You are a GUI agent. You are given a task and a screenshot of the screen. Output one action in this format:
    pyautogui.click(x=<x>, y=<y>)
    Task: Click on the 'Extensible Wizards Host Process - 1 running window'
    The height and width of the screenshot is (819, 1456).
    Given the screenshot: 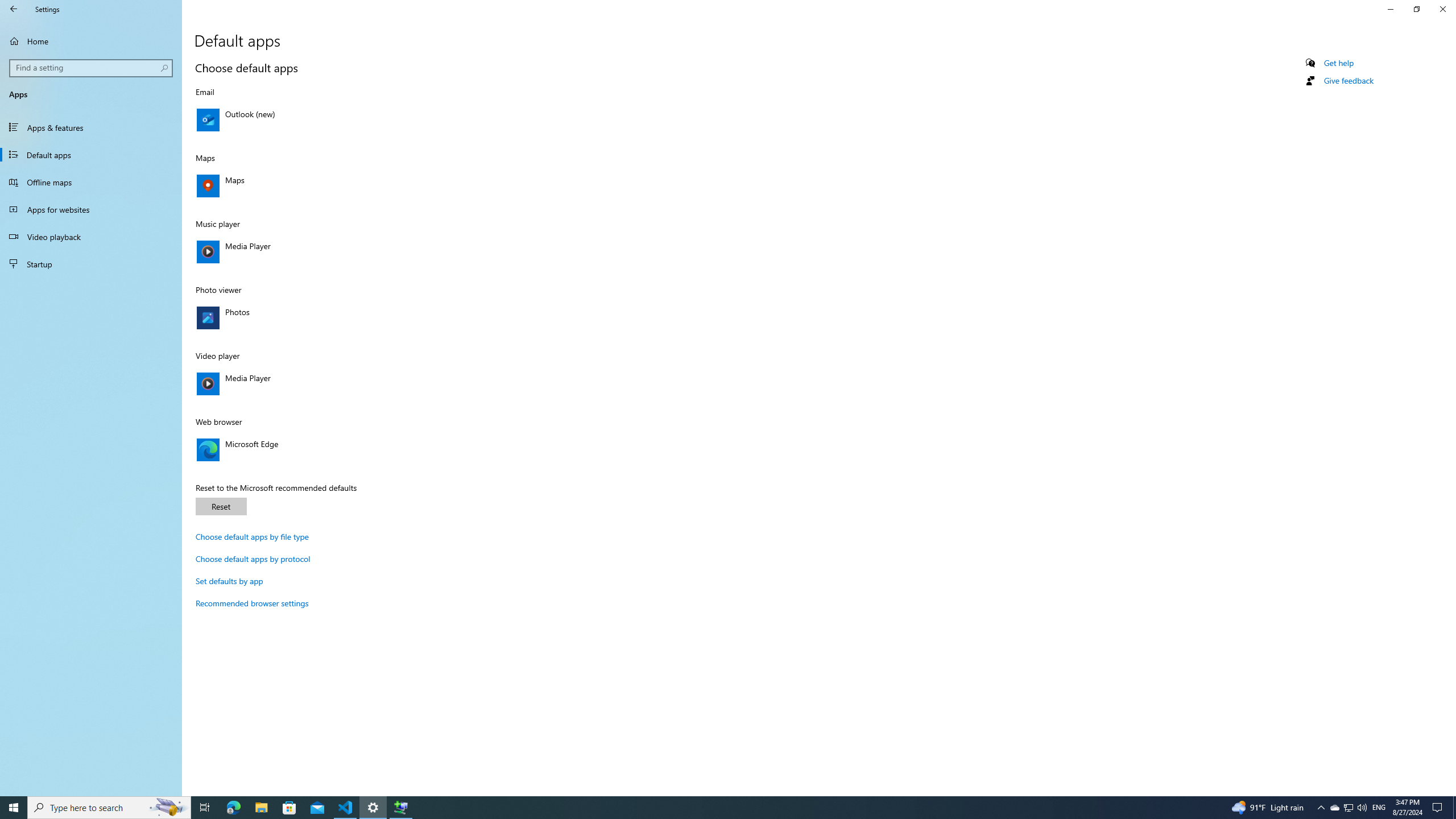 What is the action you would take?
    pyautogui.click(x=401, y=806)
    